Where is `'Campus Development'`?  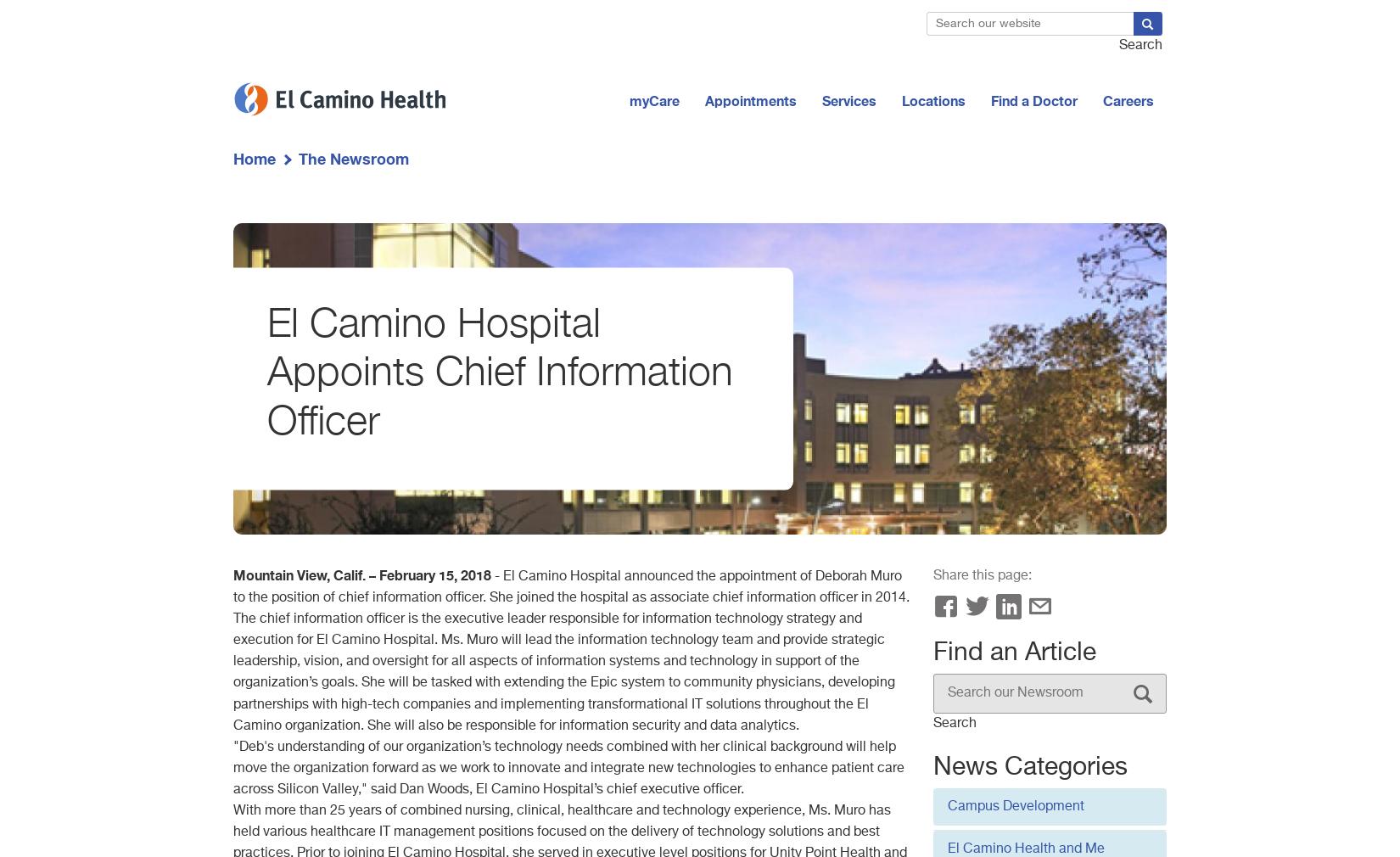 'Campus Development' is located at coordinates (1016, 807).